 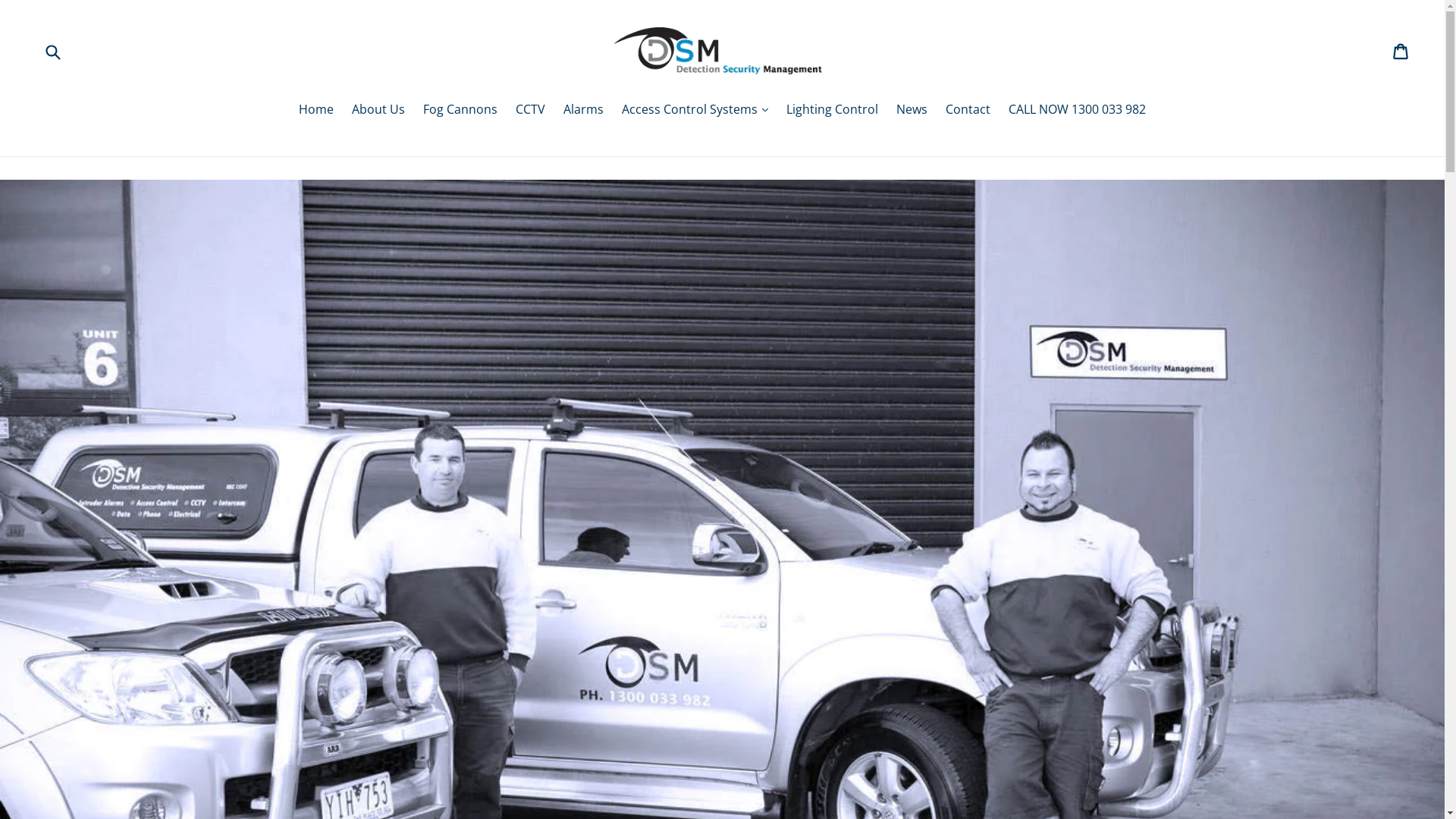 What do you see at coordinates (52, 51) in the screenshot?
I see `'Submit'` at bounding box center [52, 51].